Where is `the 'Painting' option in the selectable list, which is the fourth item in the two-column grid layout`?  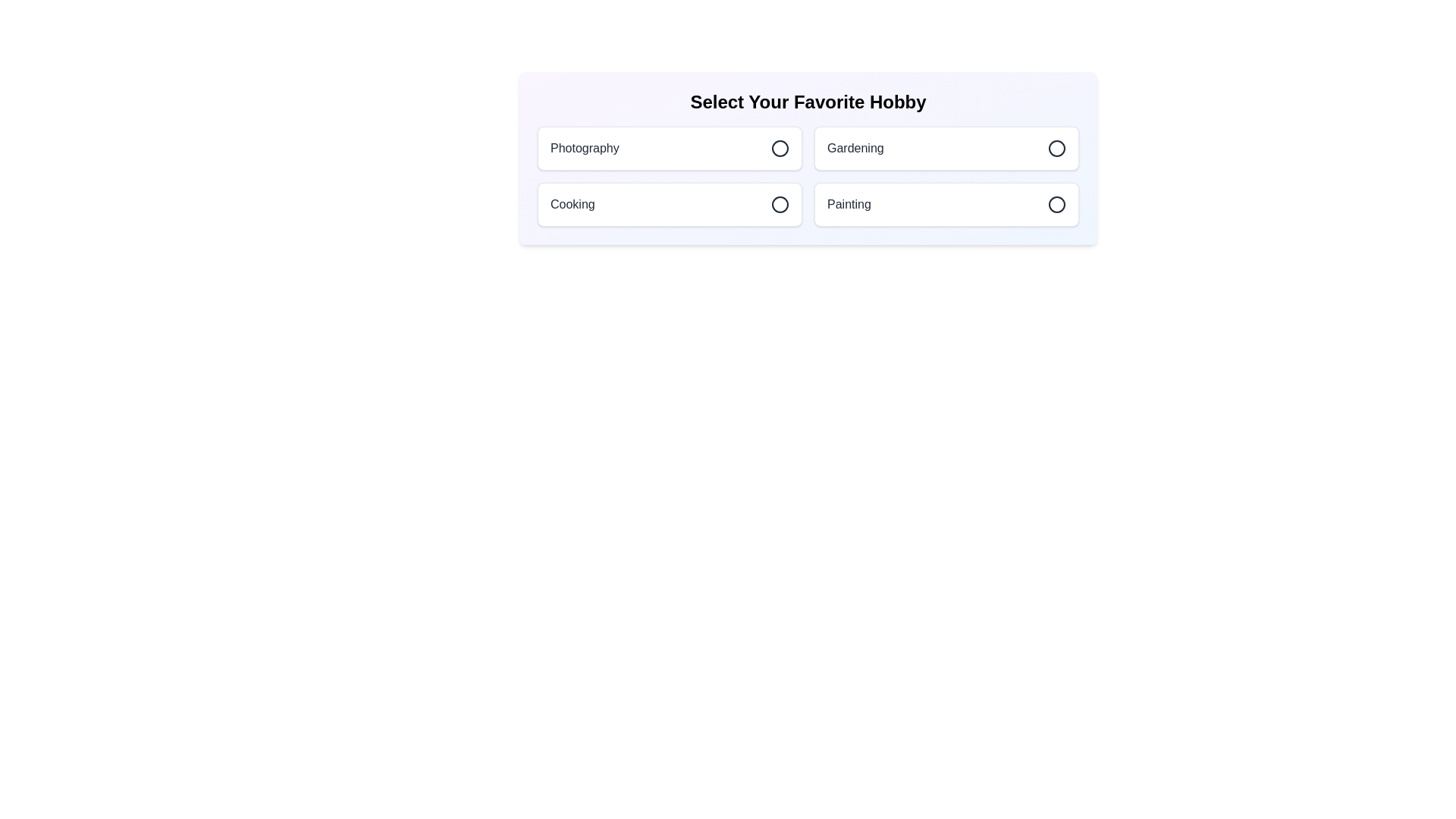
the 'Painting' option in the selectable list, which is the fourth item in the two-column grid layout is located at coordinates (946, 205).